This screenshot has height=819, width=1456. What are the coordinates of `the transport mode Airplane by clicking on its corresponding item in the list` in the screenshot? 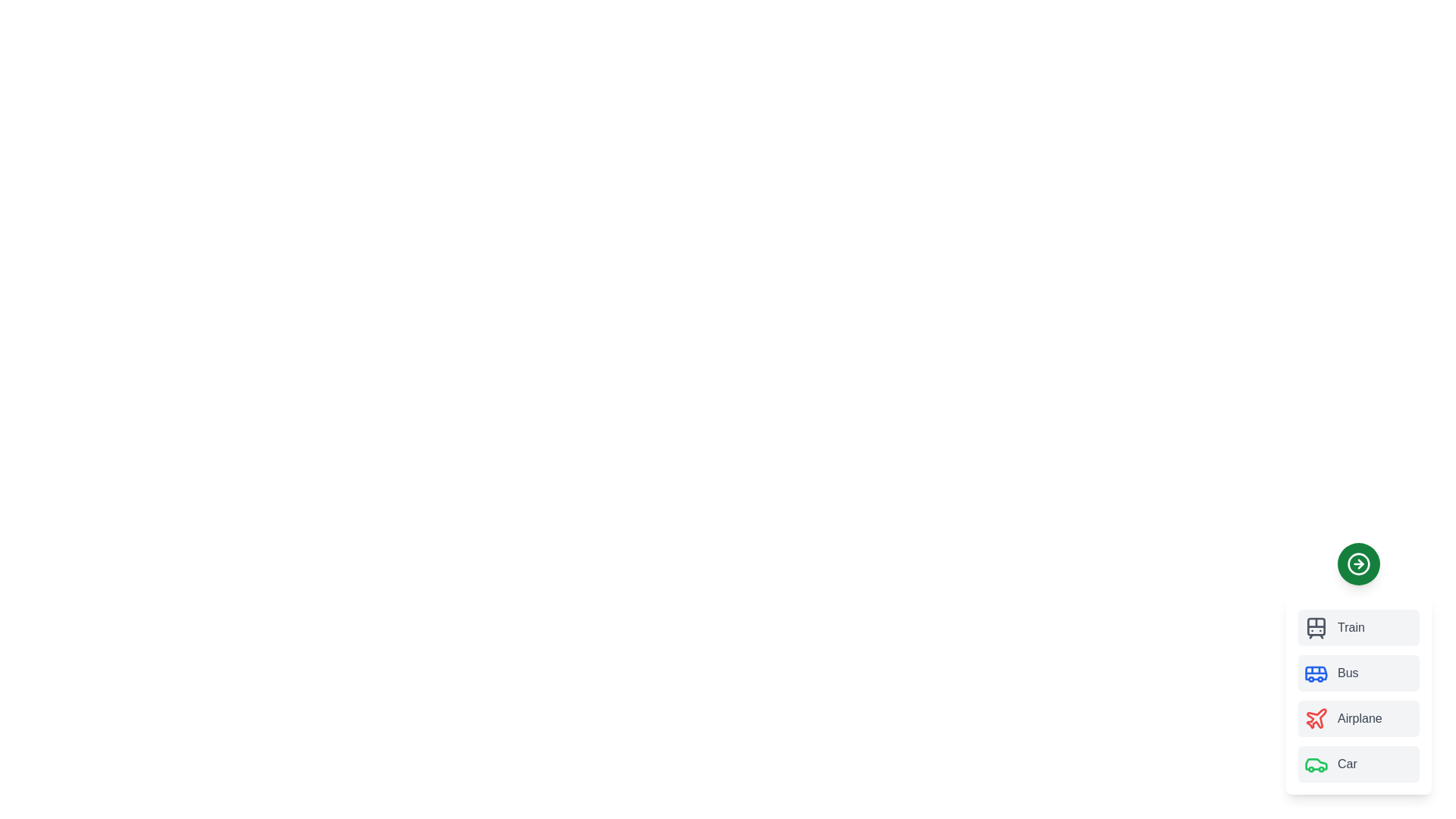 It's located at (1358, 718).